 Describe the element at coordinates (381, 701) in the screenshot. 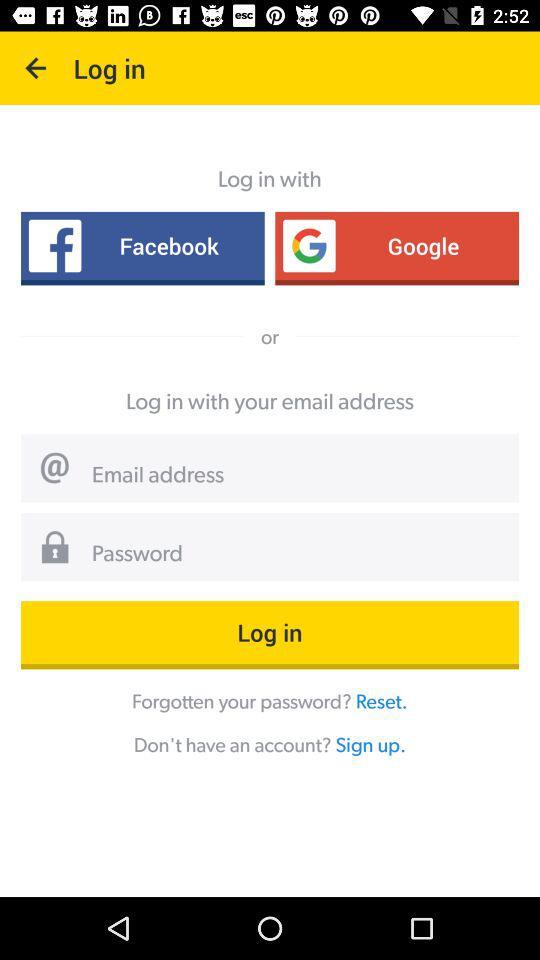

I see `reset. icon` at that location.